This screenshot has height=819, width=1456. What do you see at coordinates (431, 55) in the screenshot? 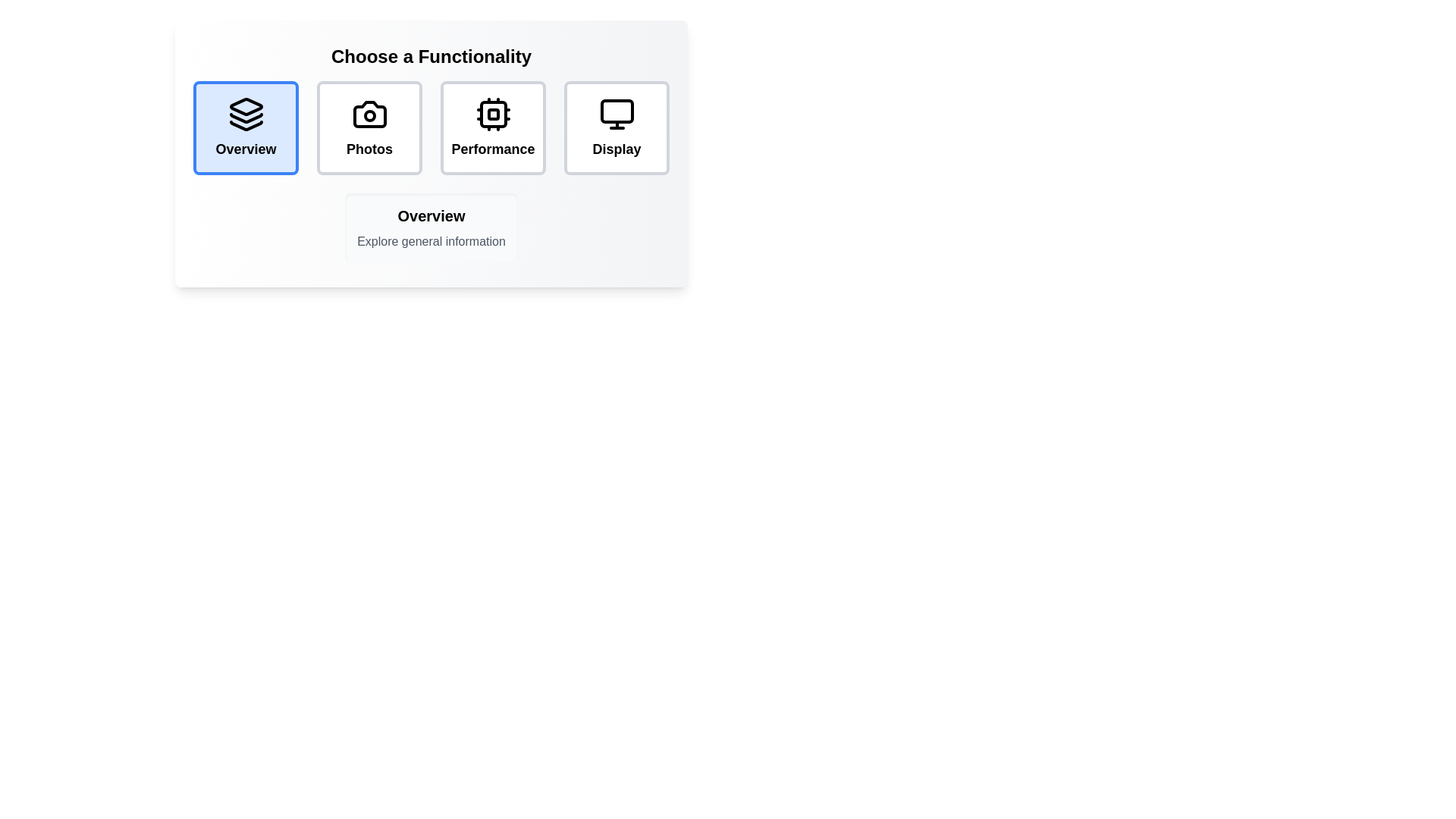
I see `the static text element displaying 'Choose a Functionality', which is prominently styled and positioned at the top-center of the interface` at bounding box center [431, 55].